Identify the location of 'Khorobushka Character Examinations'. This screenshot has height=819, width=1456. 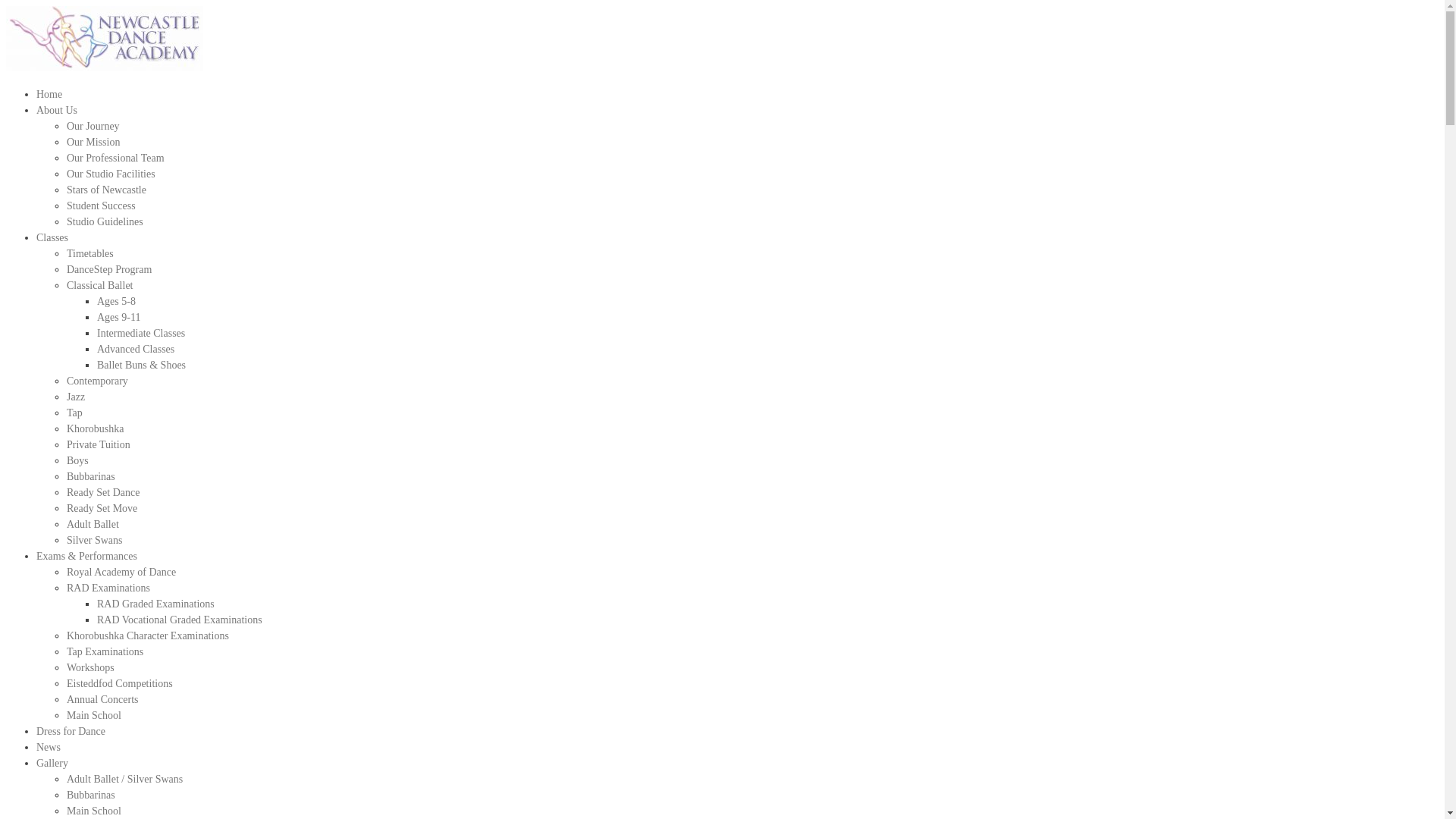
(148, 635).